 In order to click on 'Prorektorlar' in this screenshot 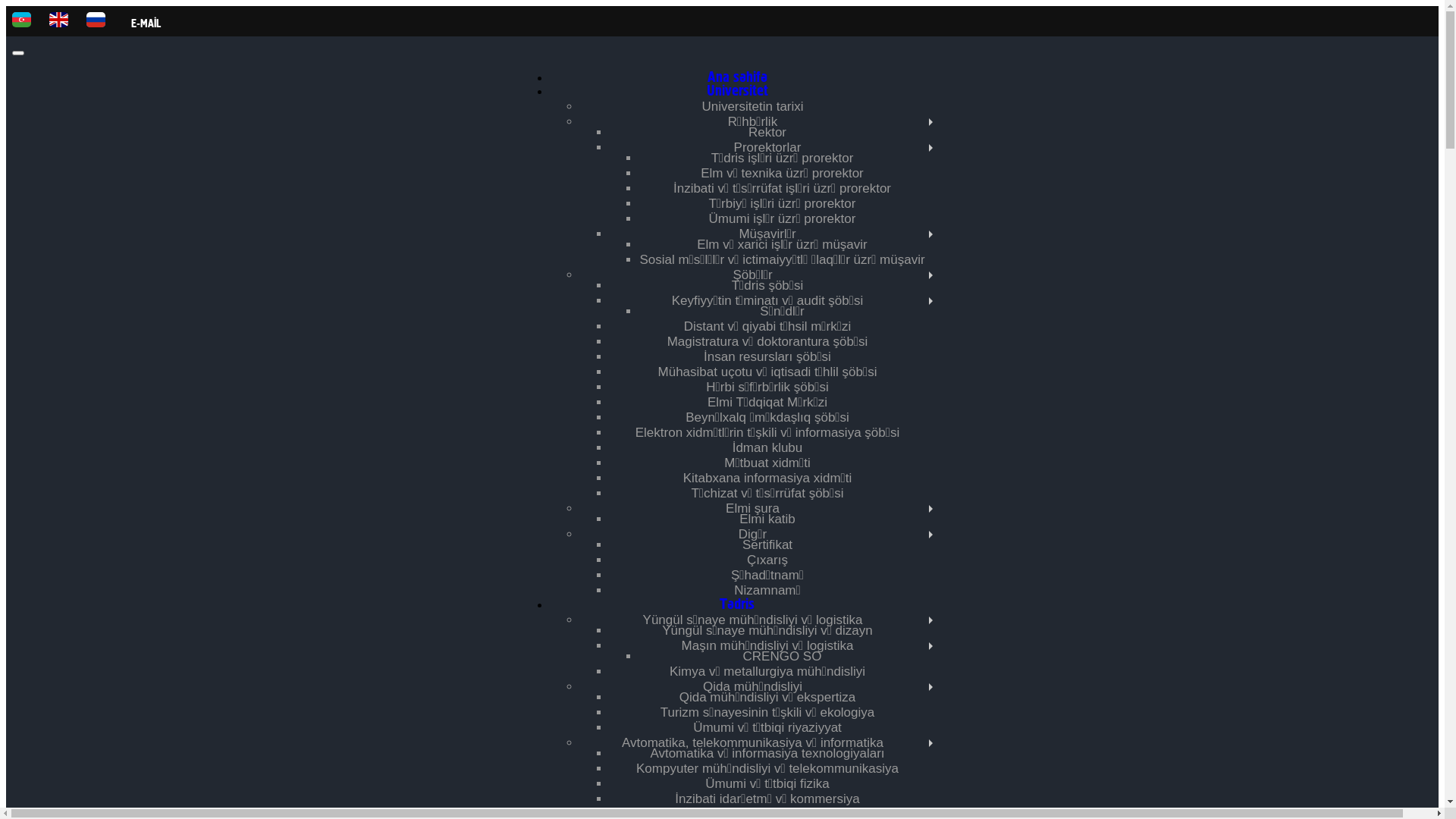, I will do `click(767, 147)`.